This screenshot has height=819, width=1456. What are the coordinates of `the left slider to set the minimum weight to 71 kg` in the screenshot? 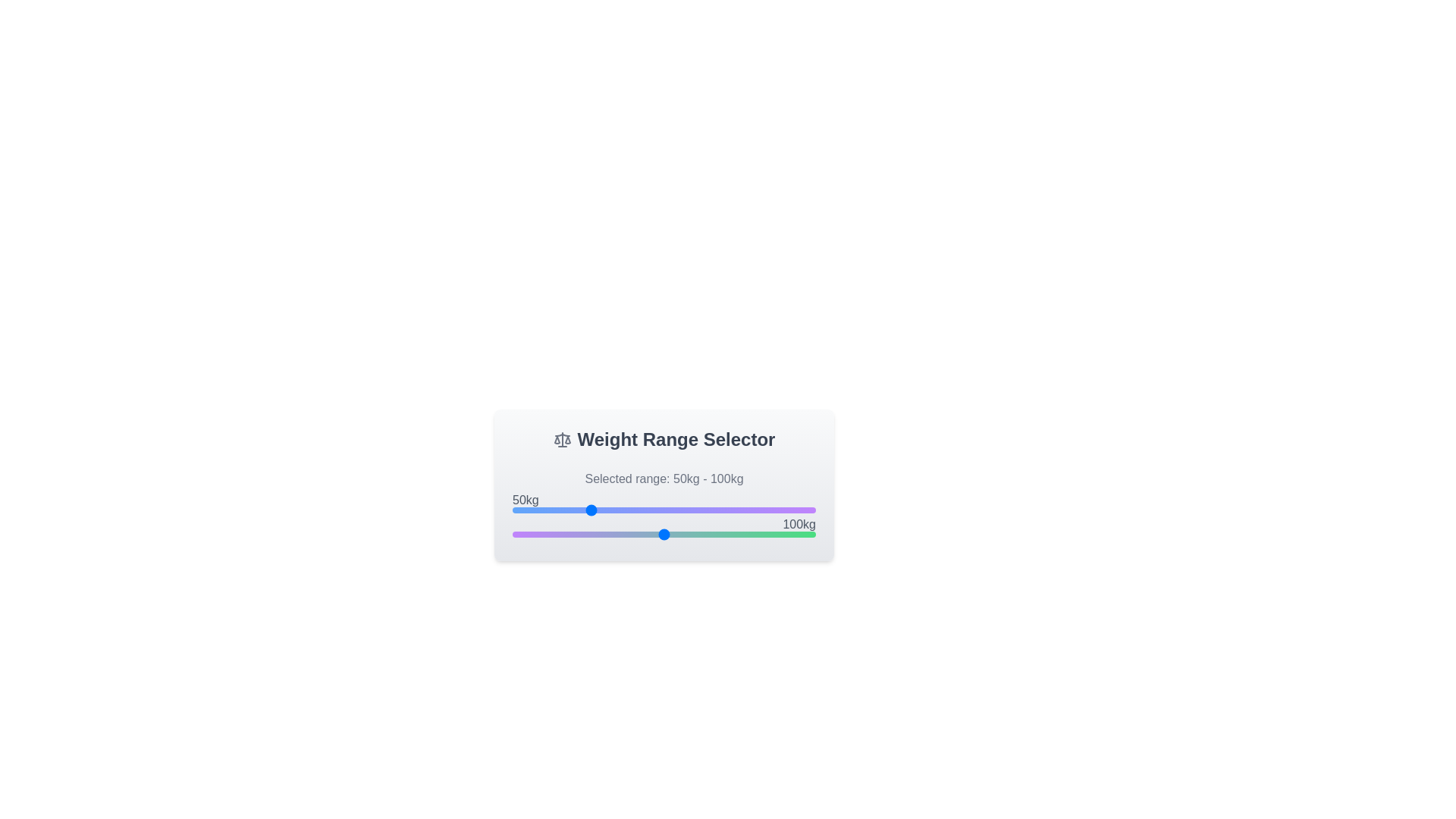 It's located at (620, 510).